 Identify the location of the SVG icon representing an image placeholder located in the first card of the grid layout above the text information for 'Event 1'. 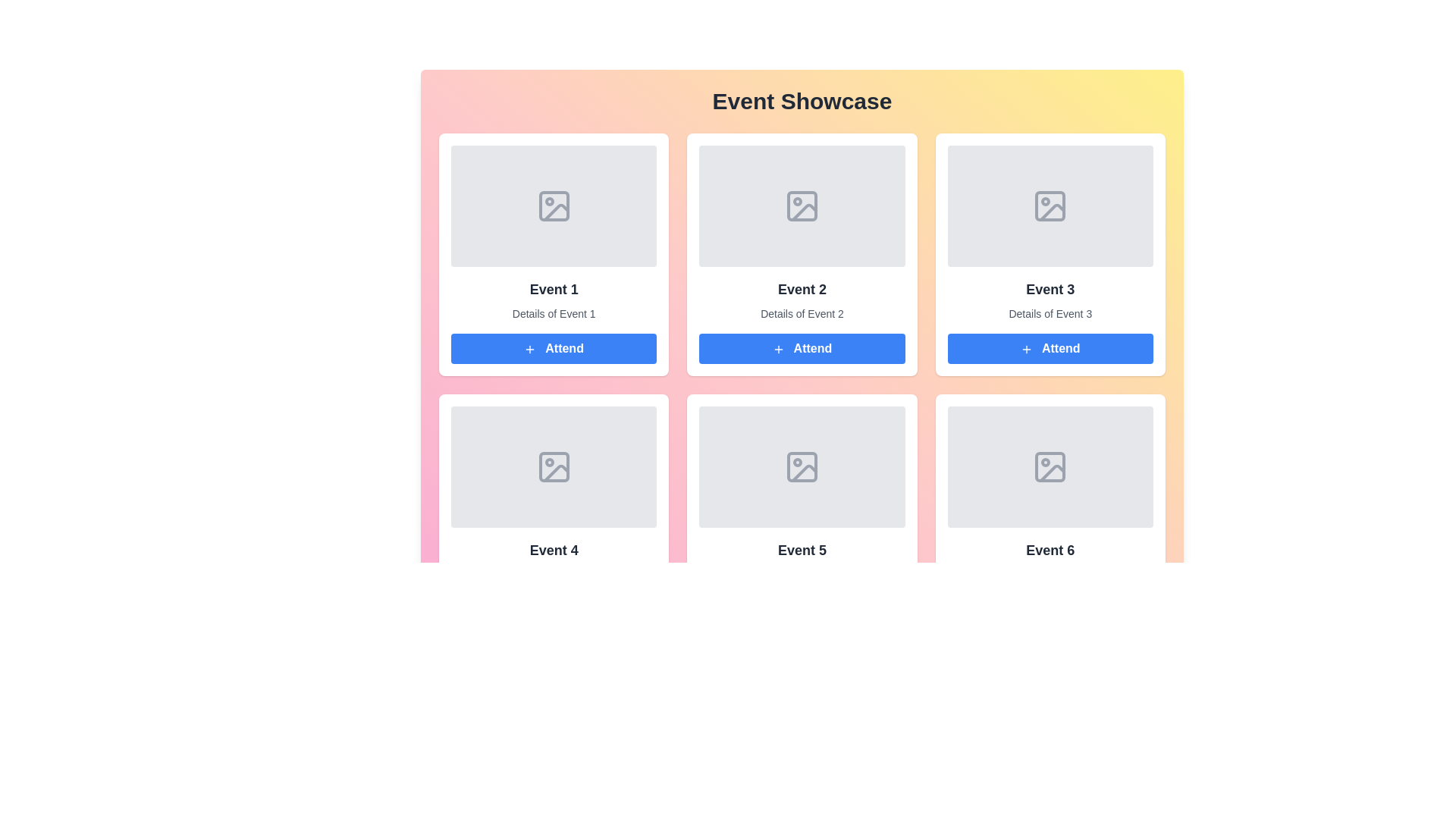
(553, 206).